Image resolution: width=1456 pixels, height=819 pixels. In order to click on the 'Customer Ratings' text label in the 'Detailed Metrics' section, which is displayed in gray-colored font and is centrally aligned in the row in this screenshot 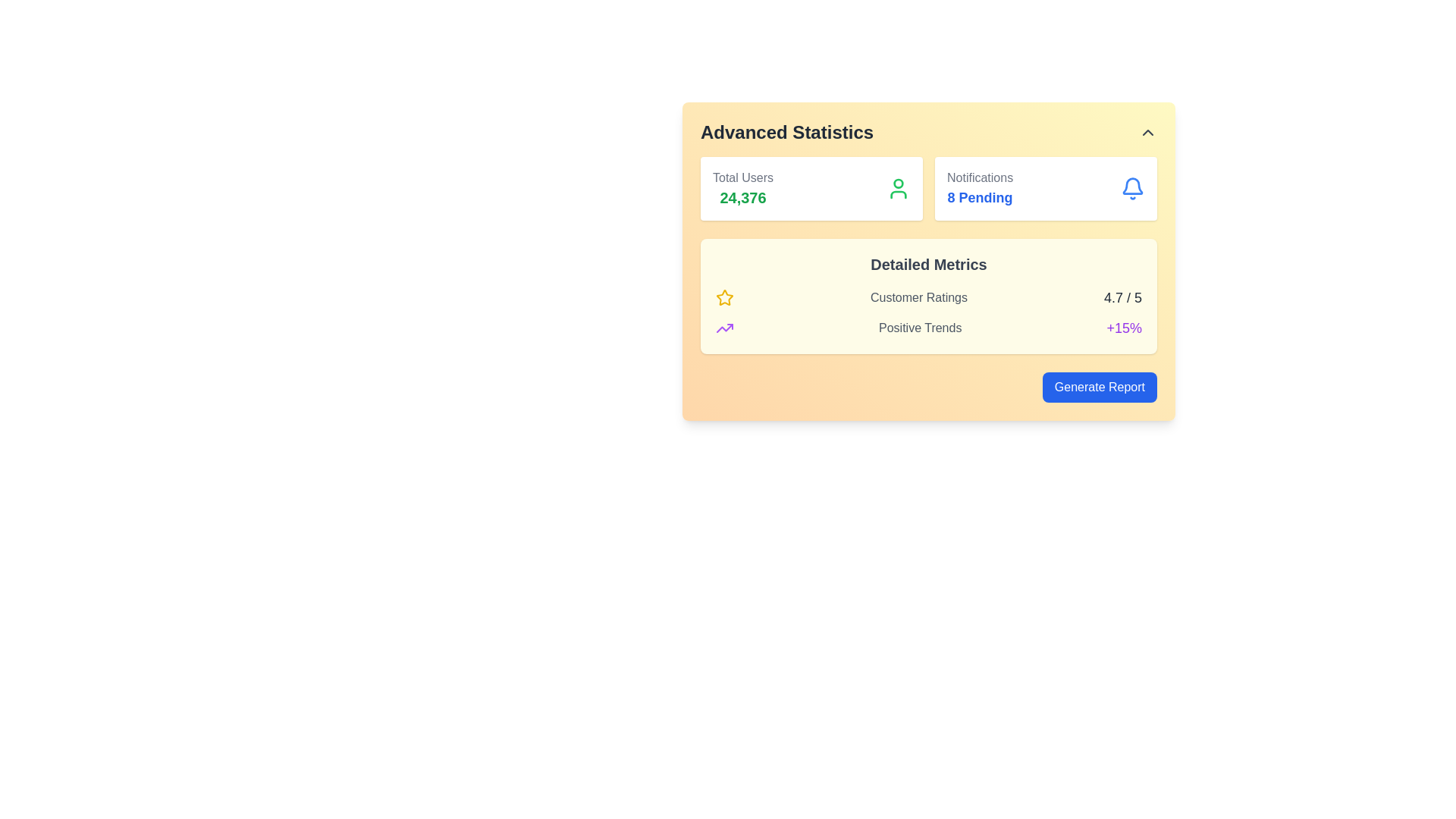, I will do `click(918, 298)`.